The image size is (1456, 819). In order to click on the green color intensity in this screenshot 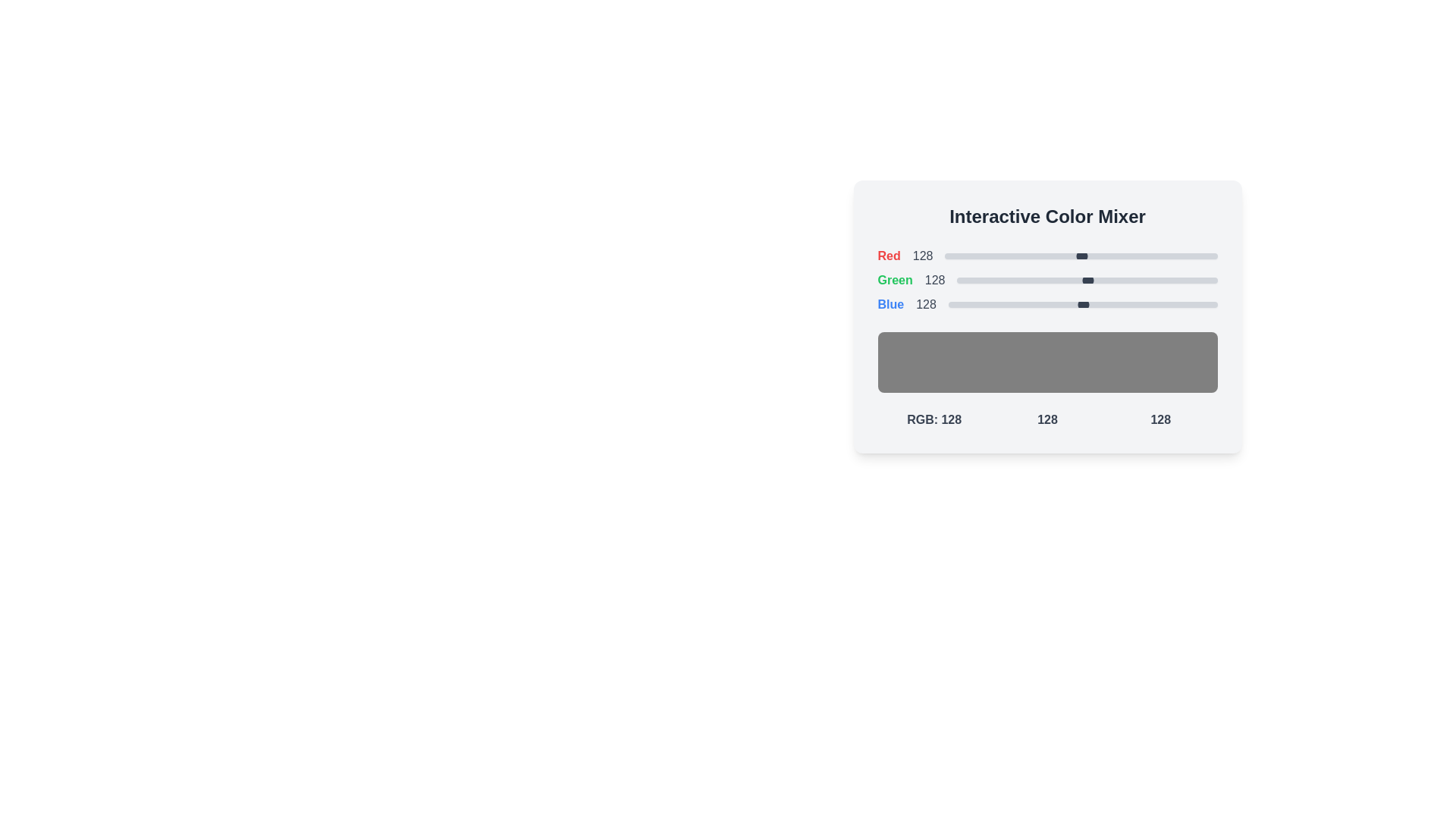, I will do `click(1020, 281)`.